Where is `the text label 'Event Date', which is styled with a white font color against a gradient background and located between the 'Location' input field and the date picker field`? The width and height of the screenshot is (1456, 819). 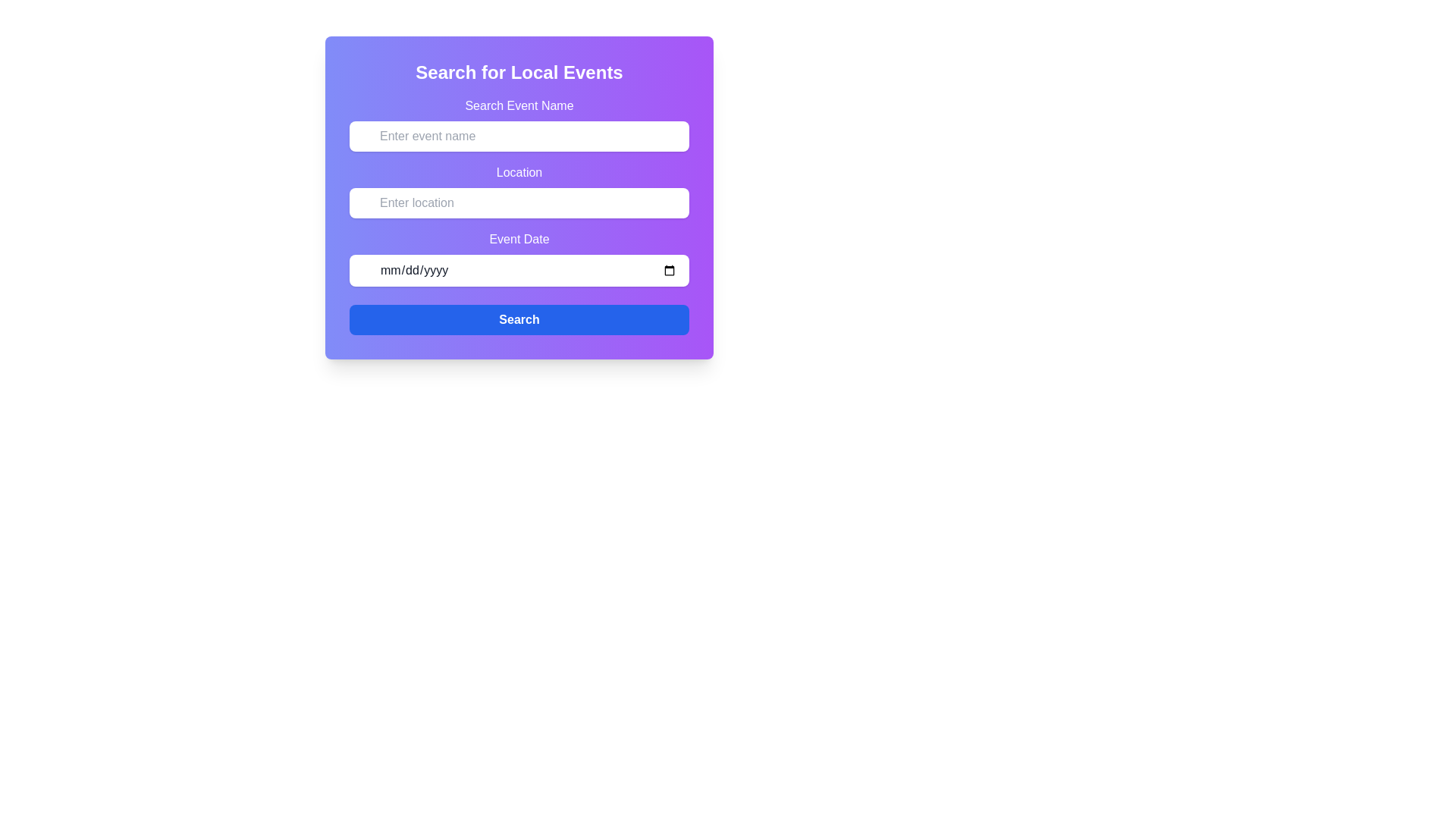 the text label 'Event Date', which is styled with a white font color against a gradient background and located between the 'Location' input field and the date picker field is located at coordinates (519, 239).